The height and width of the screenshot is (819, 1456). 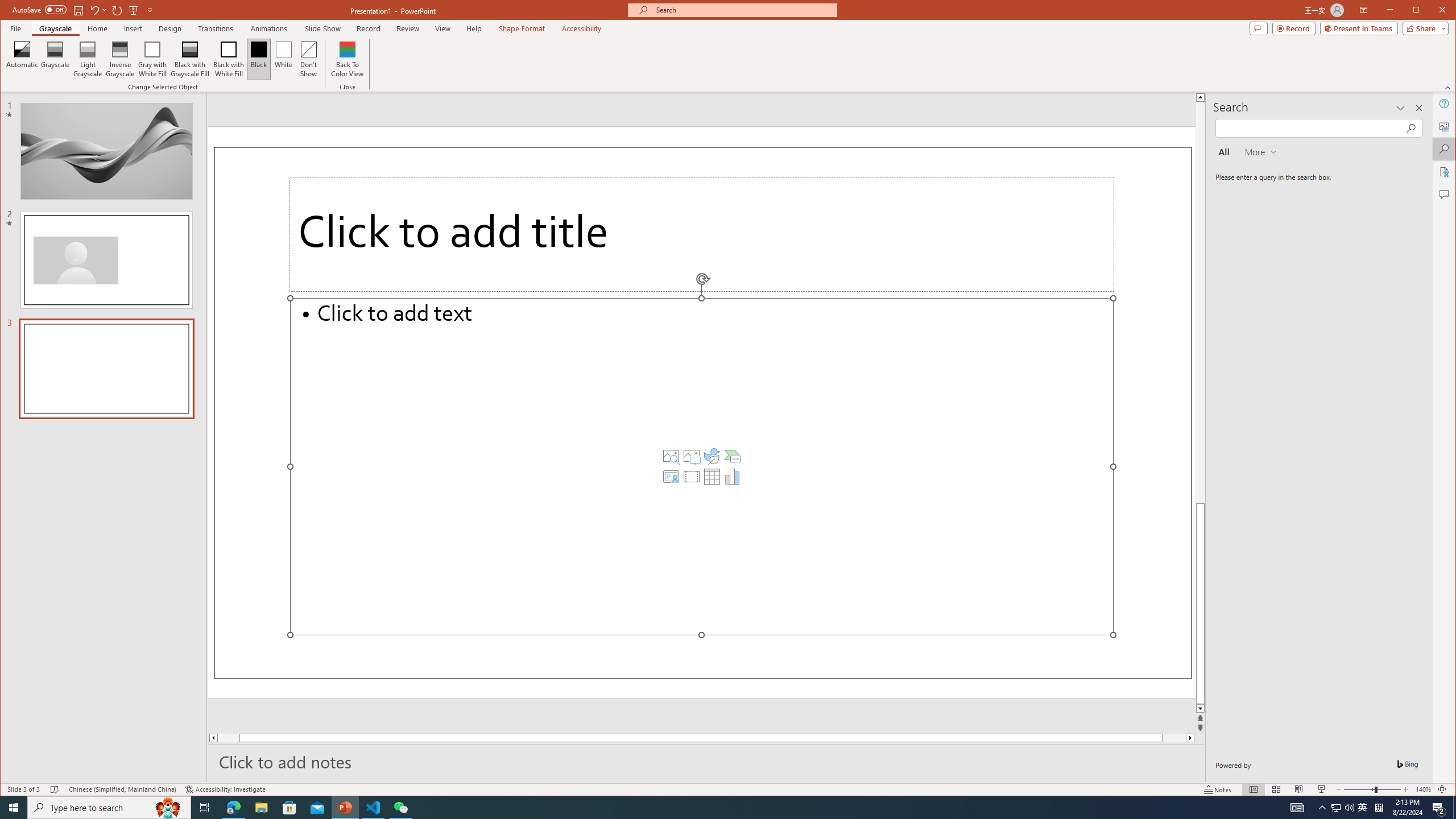 I want to click on 'Insert Table', so click(x=712, y=477).